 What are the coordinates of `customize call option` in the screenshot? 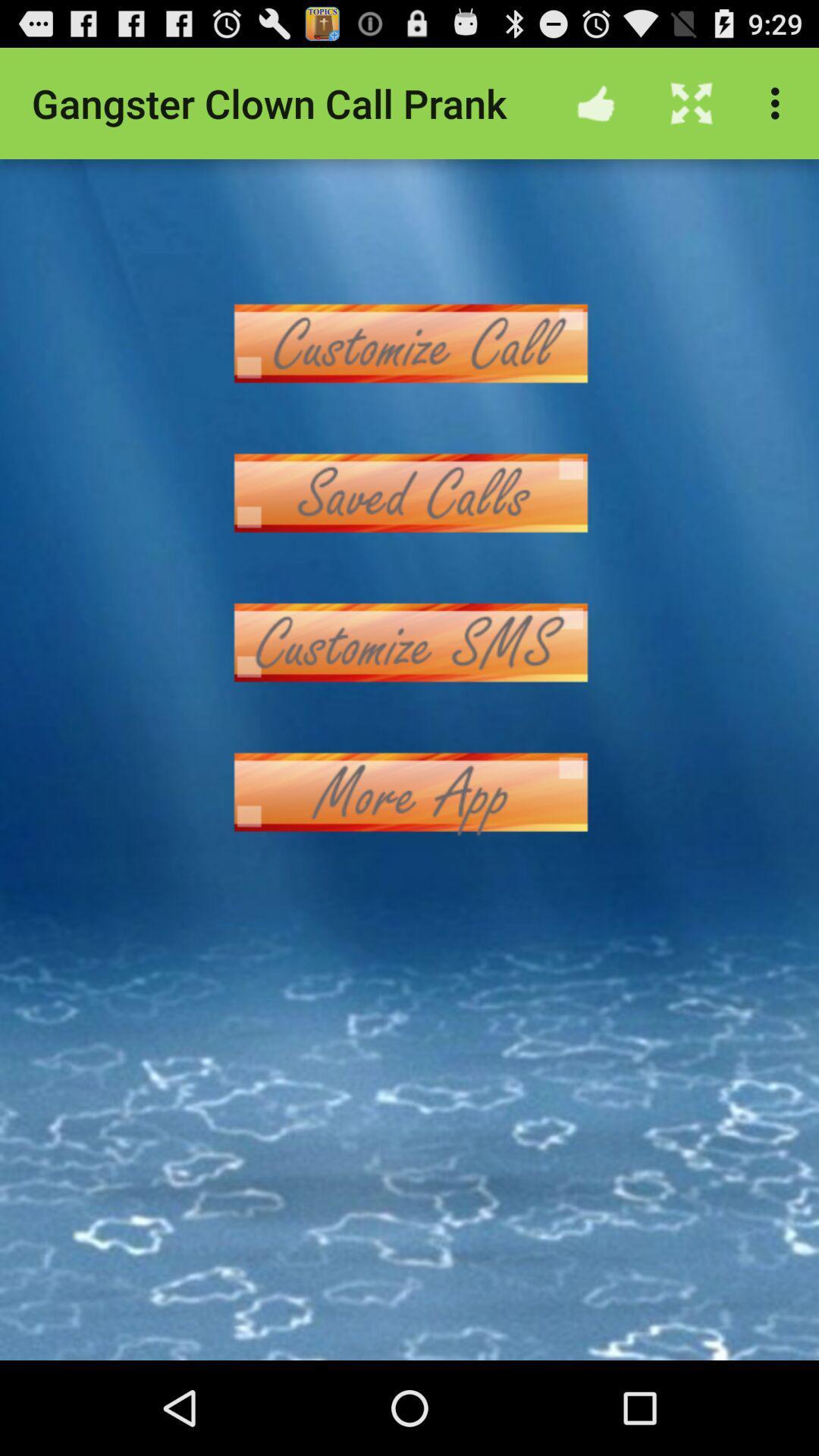 It's located at (409, 342).